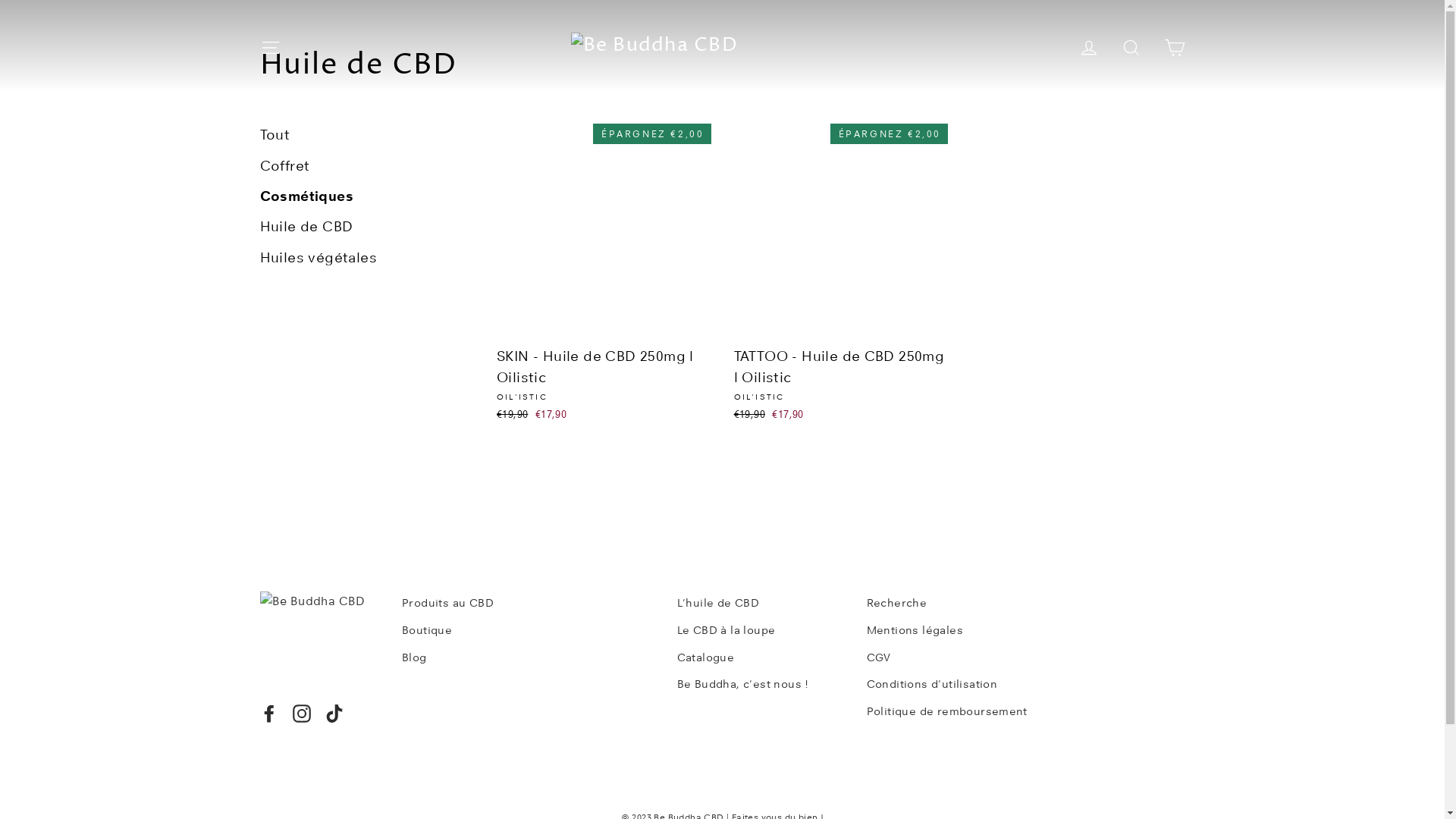 The image size is (1456, 819). Describe the element at coordinates (760, 684) in the screenshot. I see `'Be Buddha, c'est nous !'` at that location.